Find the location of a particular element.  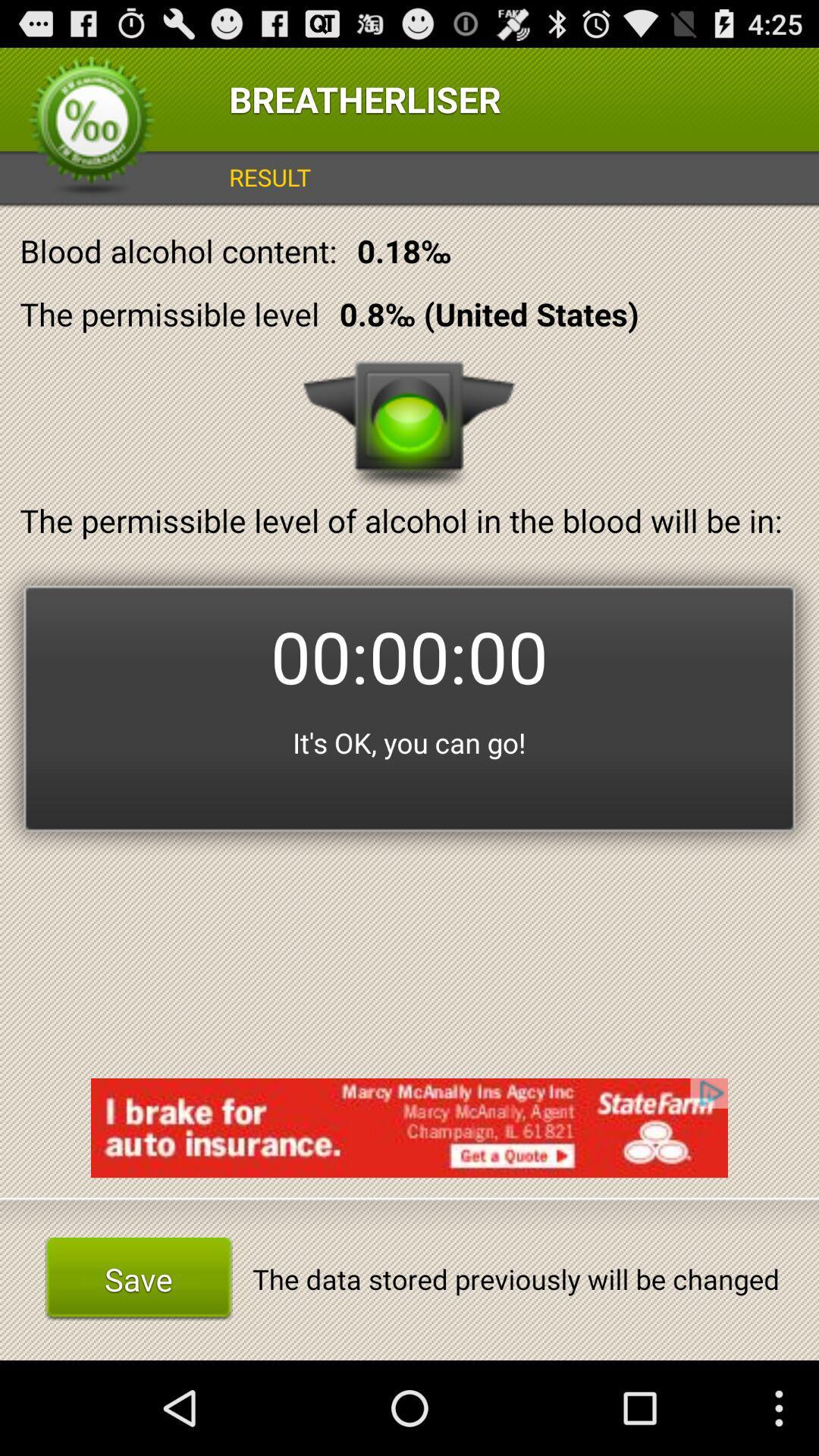

icon above save button is located at coordinates (409, 1128).